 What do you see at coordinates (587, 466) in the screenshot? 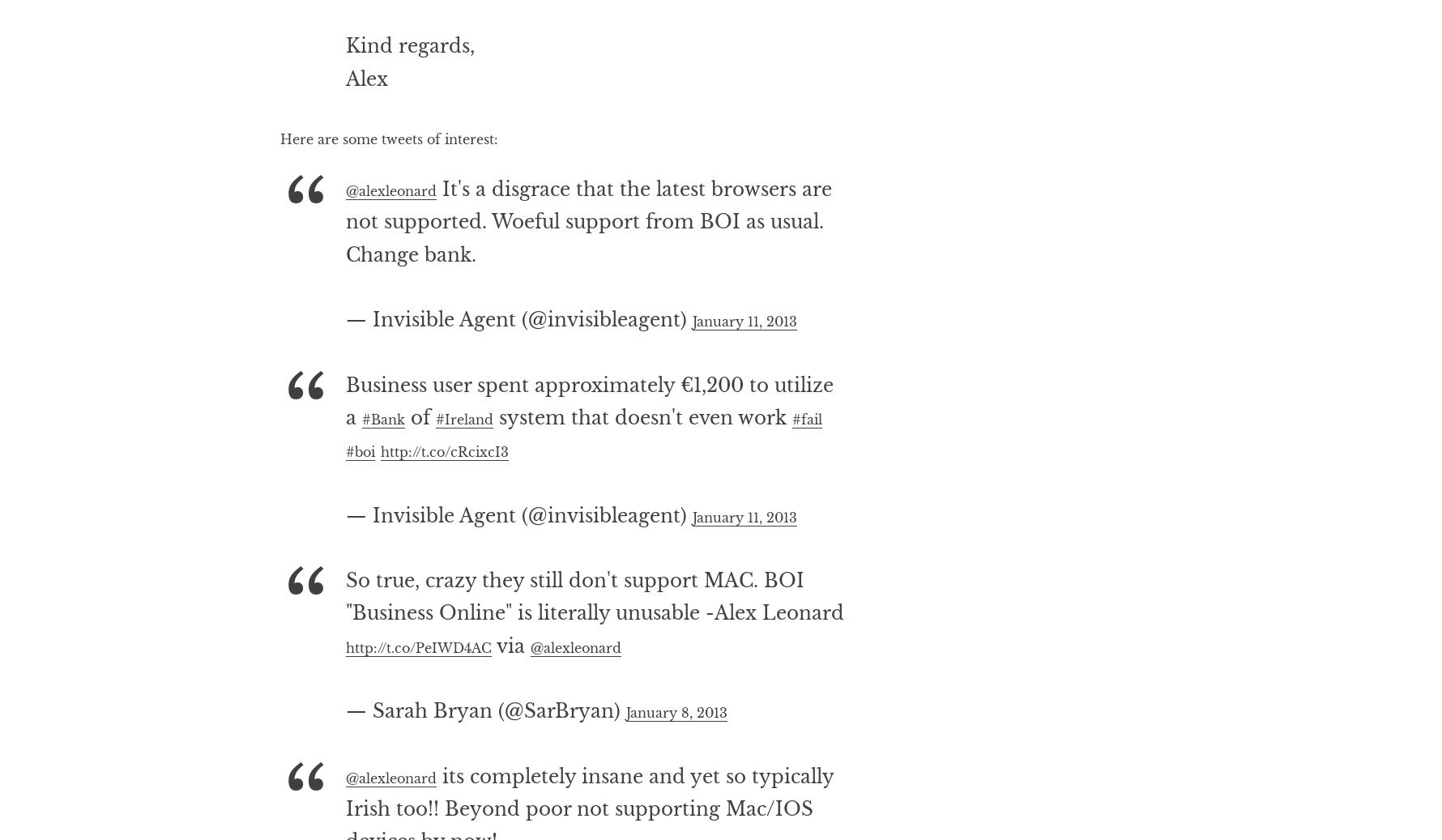
I see `'Business user spent approximately €1,200 to utilize a'` at bounding box center [587, 466].